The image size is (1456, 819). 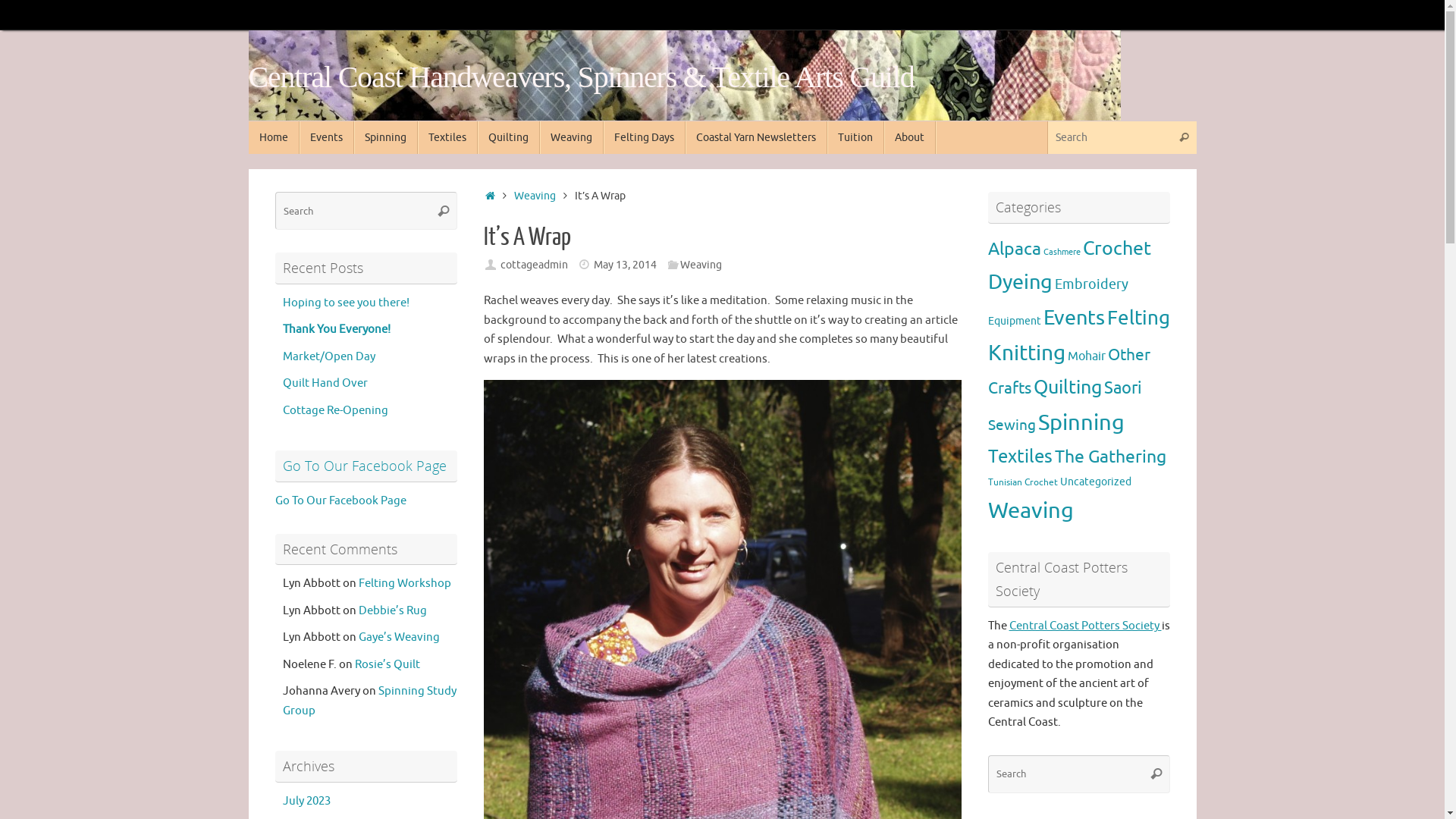 I want to click on 'Alpaca', so click(x=1014, y=247).